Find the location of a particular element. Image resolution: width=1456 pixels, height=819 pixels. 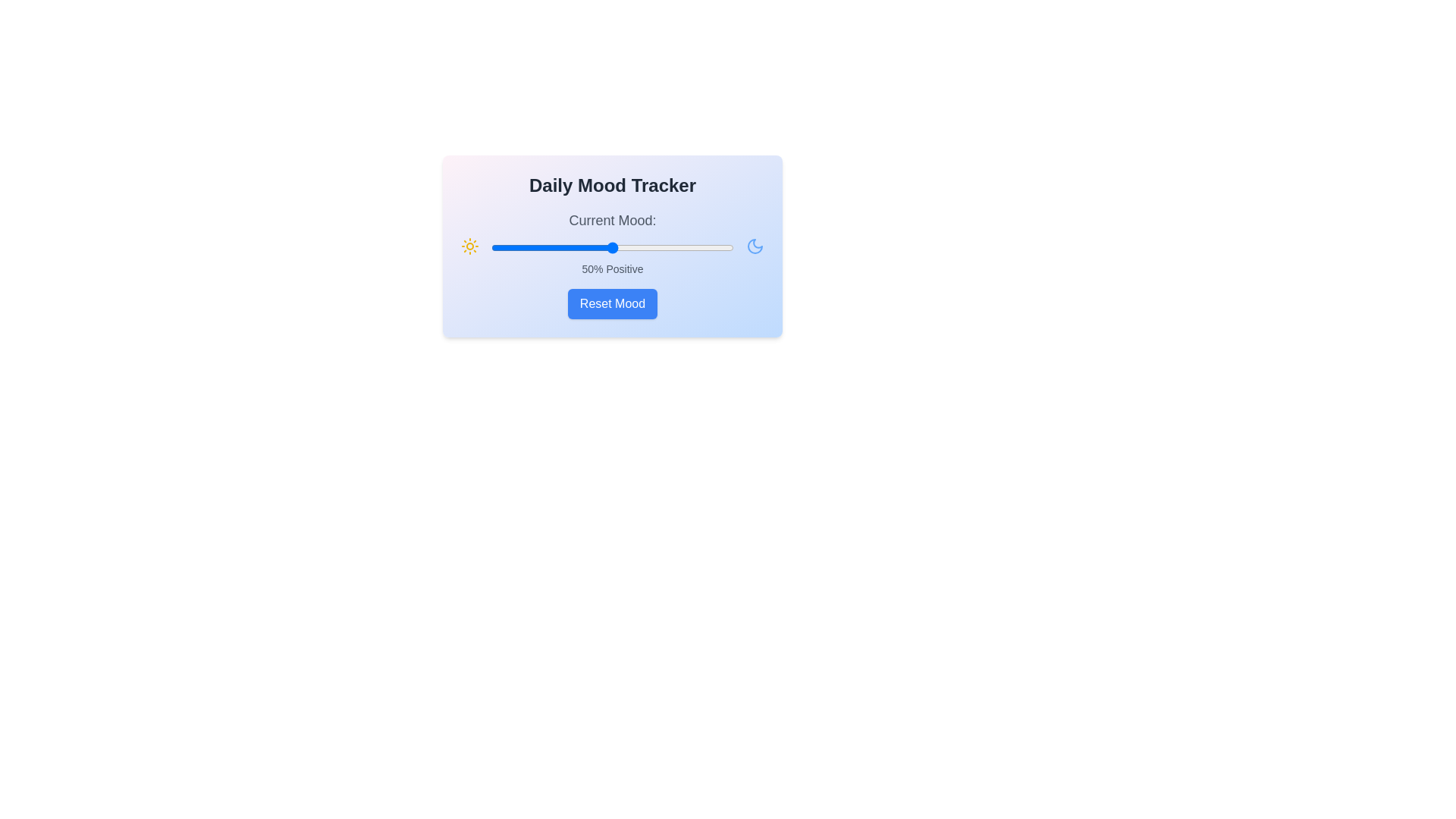

the mood slider is located at coordinates (518, 247).